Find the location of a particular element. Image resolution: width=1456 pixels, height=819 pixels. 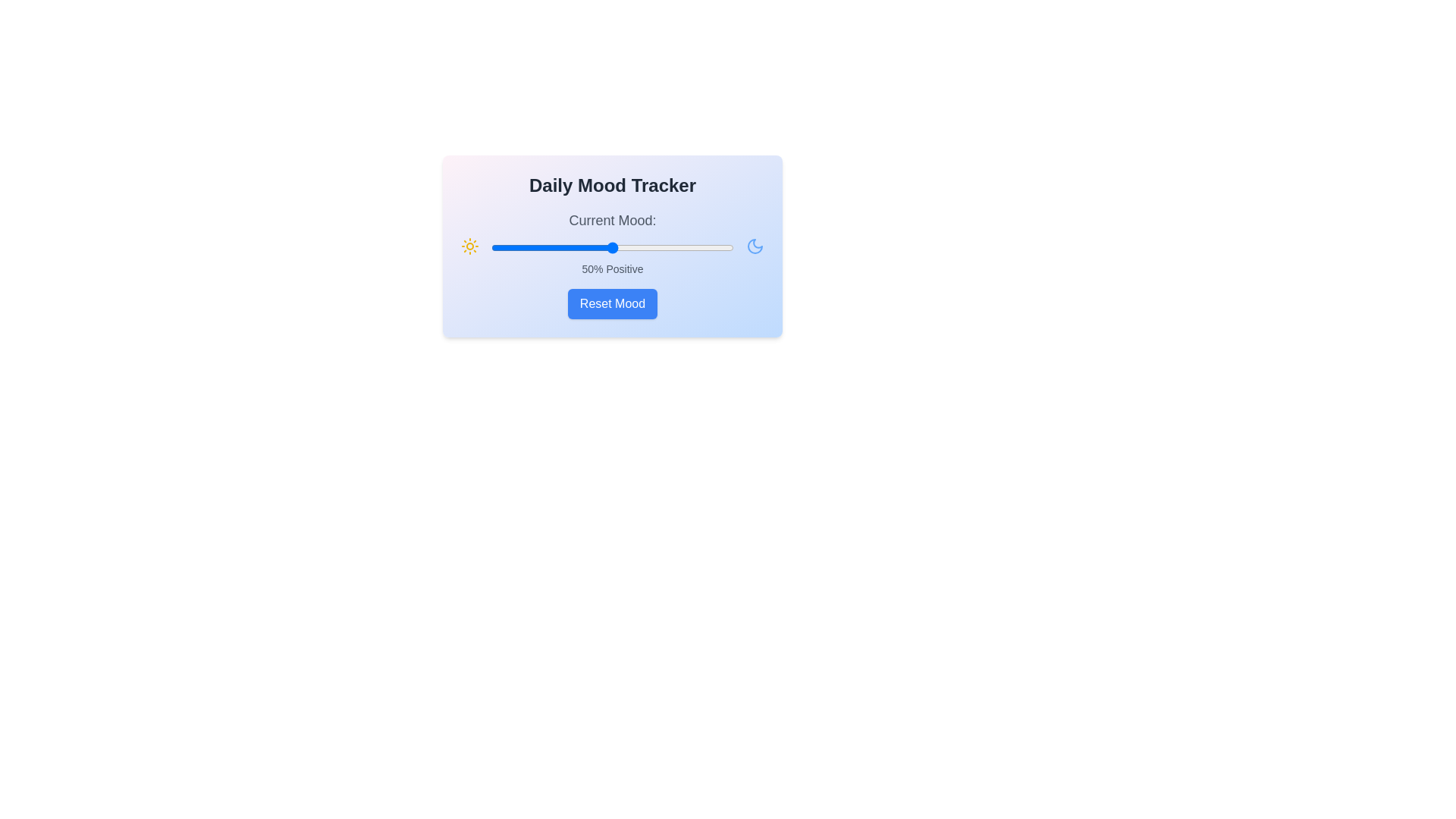

the mood slider is located at coordinates (518, 247).